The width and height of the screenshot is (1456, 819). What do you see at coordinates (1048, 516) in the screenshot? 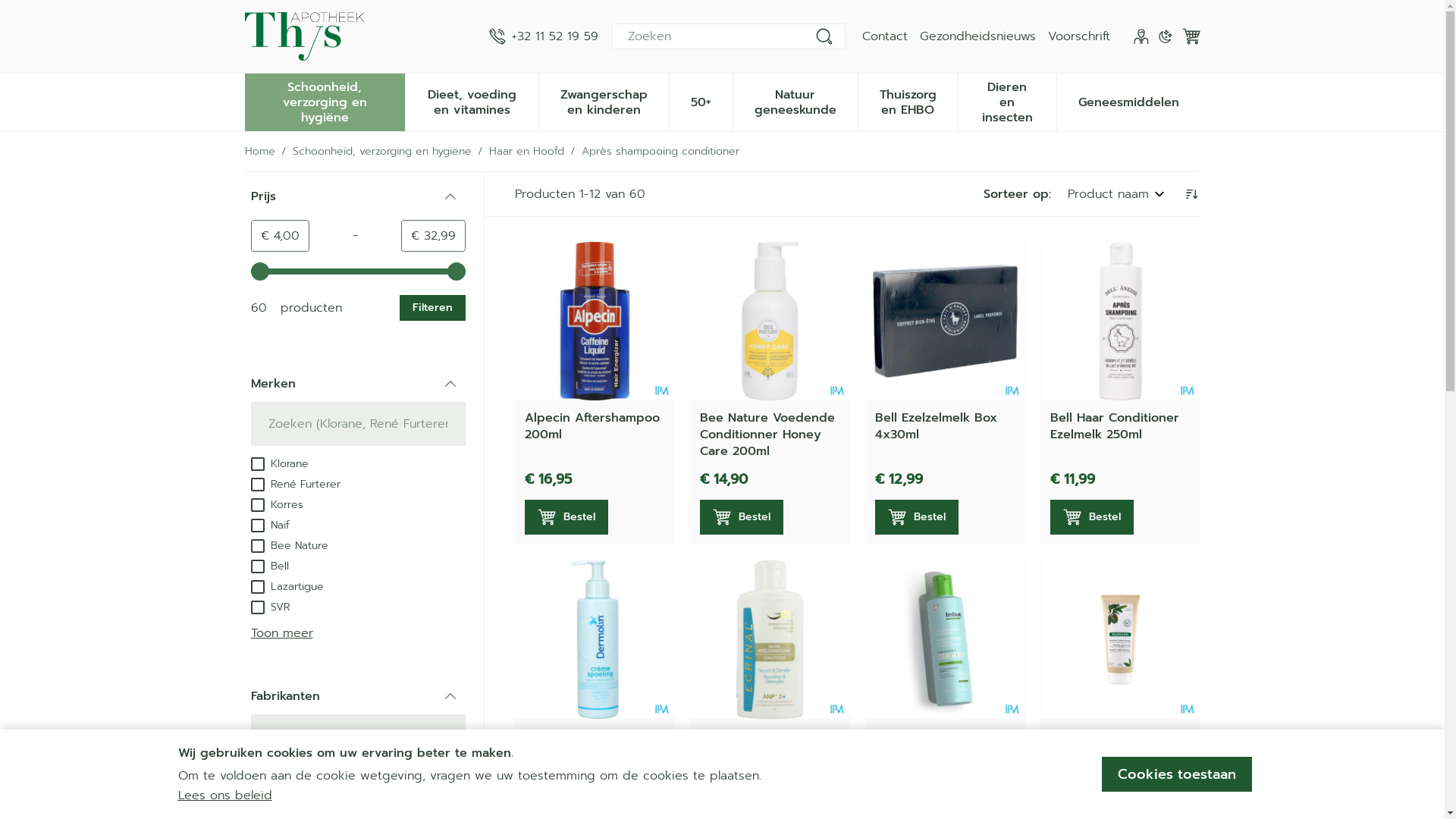
I see `'Bestel'` at bounding box center [1048, 516].